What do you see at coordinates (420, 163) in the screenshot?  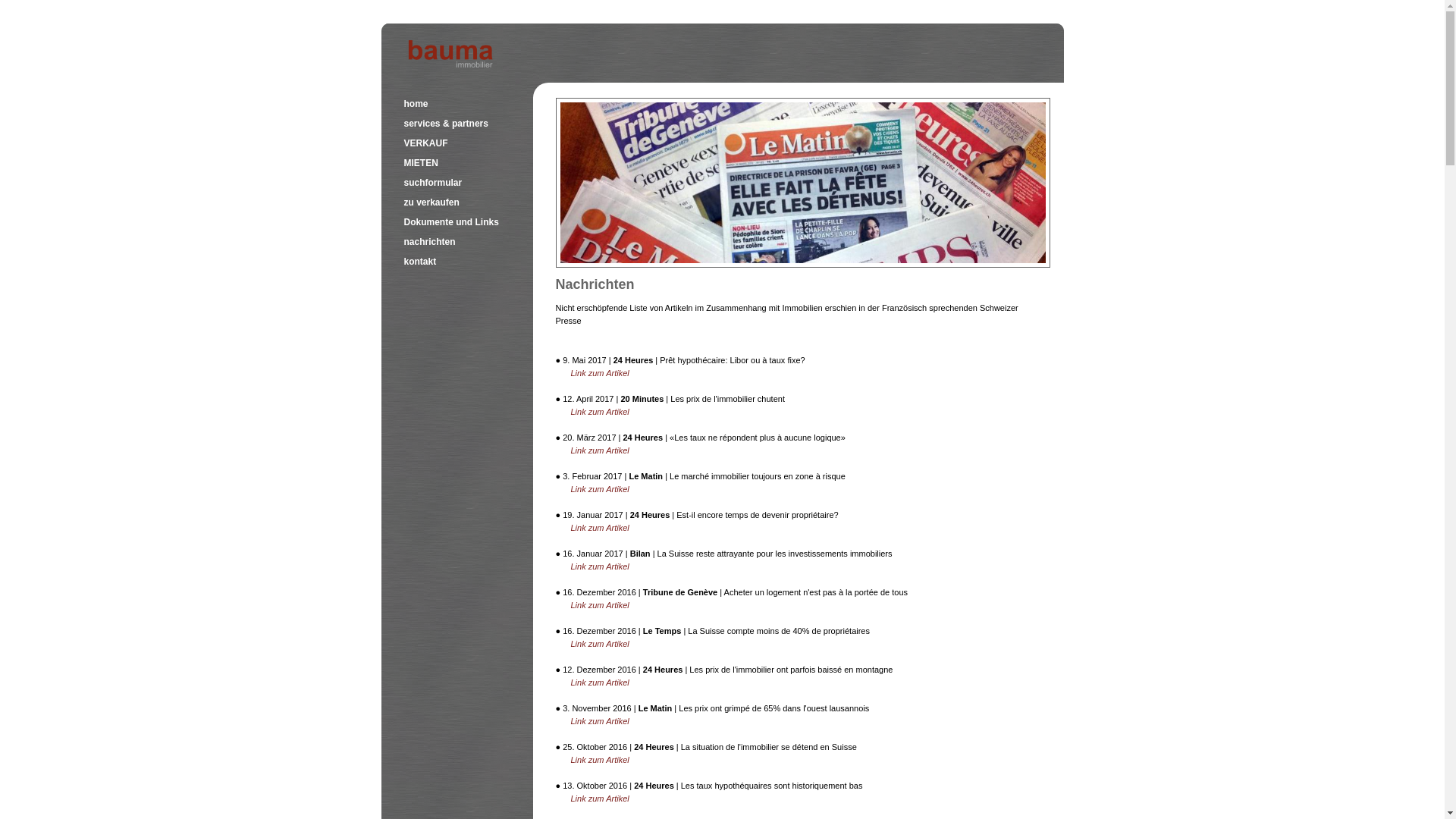 I see `'MIETEN'` at bounding box center [420, 163].